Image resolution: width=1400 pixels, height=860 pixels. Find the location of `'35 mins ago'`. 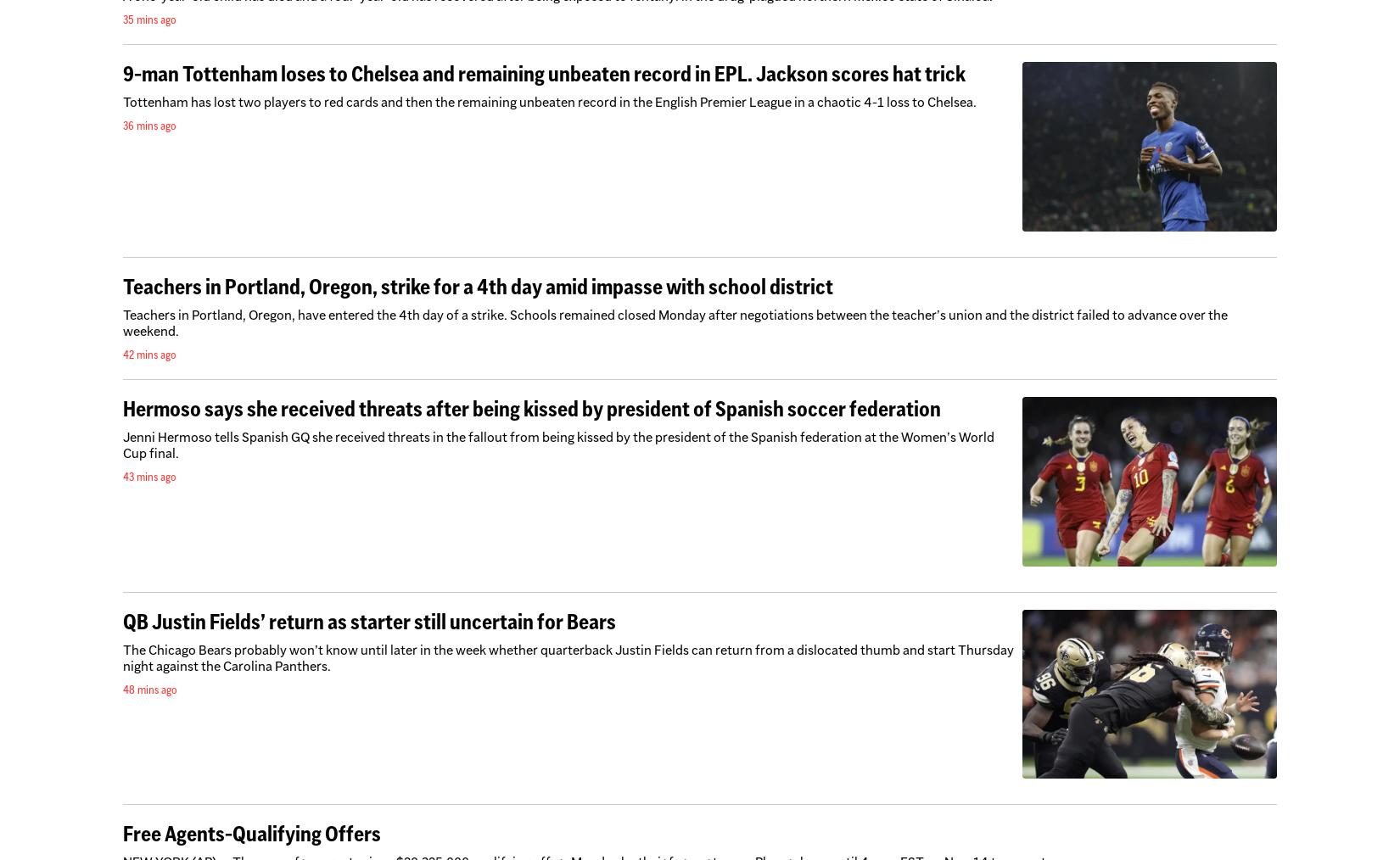

'35 mins ago' is located at coordinates (123, 19).